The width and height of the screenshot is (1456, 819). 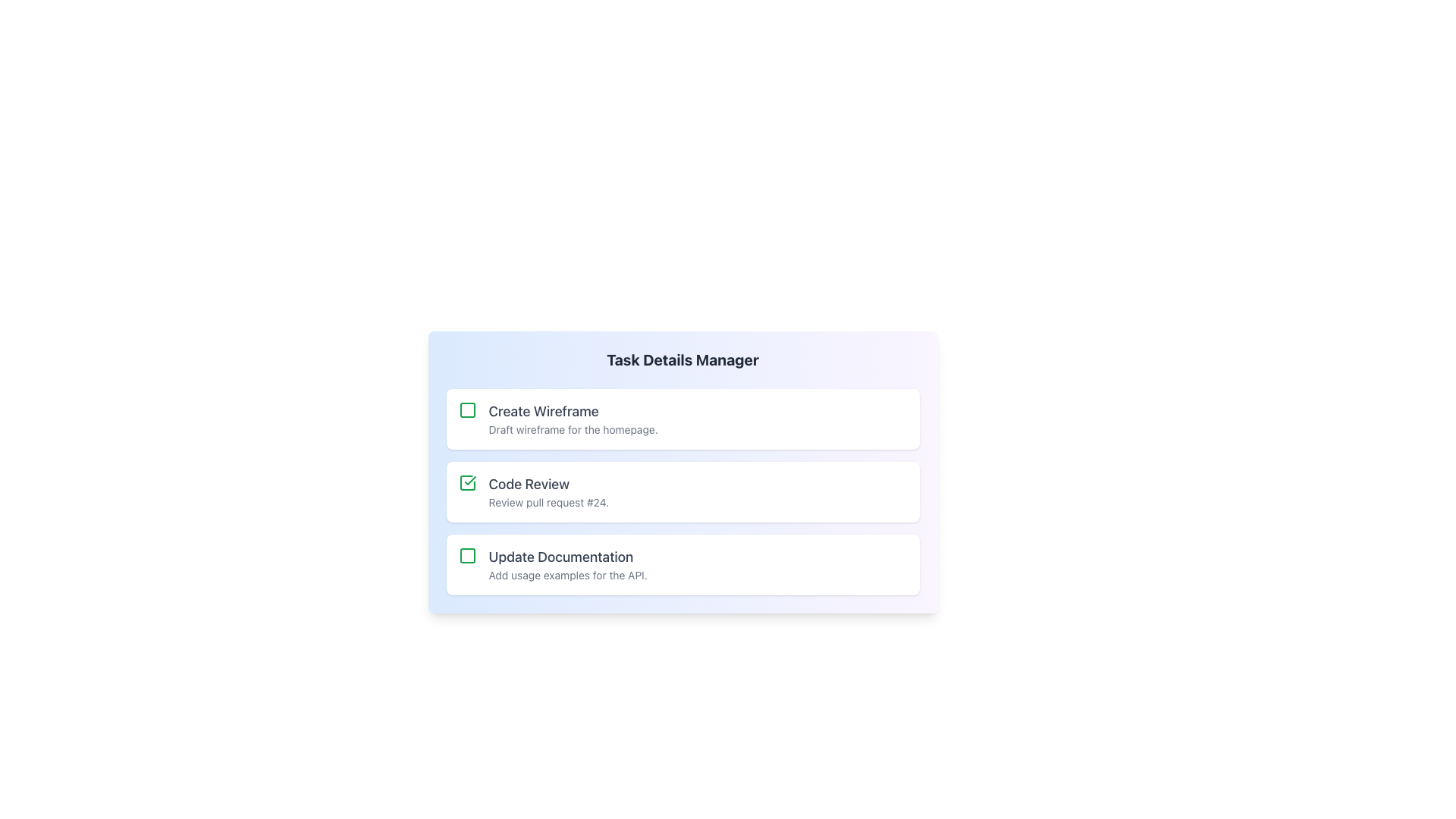 What do you see at coordinates (466, 555) in the screenshot?
I see `the interactive checkbox at the top left area of the card with the header 'Update Documentation'` at bounding box center [466, 555].